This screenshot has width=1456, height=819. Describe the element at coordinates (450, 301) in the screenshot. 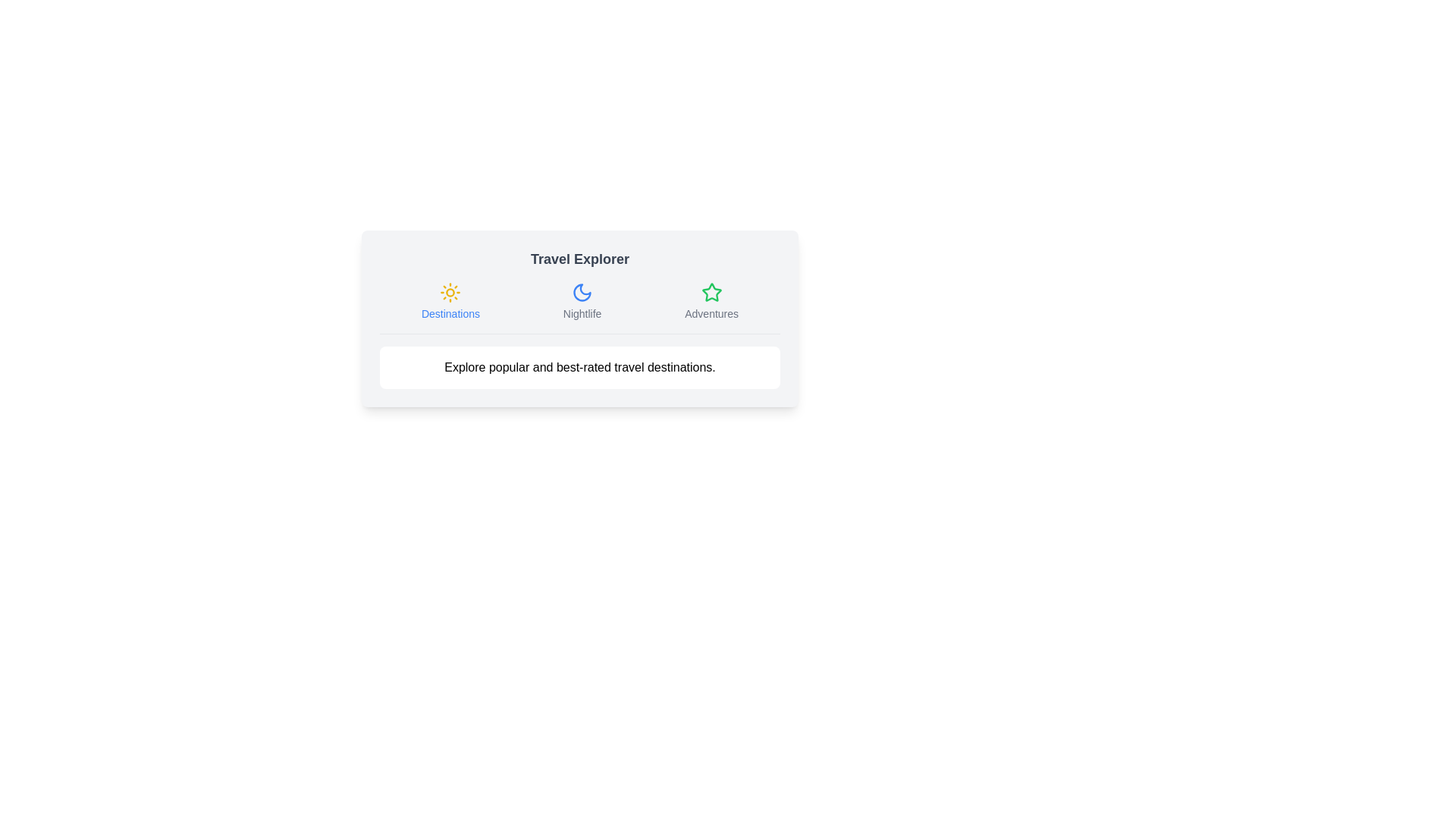

I see `the tab labeled Destinations to inspect its icon and label` at that location.